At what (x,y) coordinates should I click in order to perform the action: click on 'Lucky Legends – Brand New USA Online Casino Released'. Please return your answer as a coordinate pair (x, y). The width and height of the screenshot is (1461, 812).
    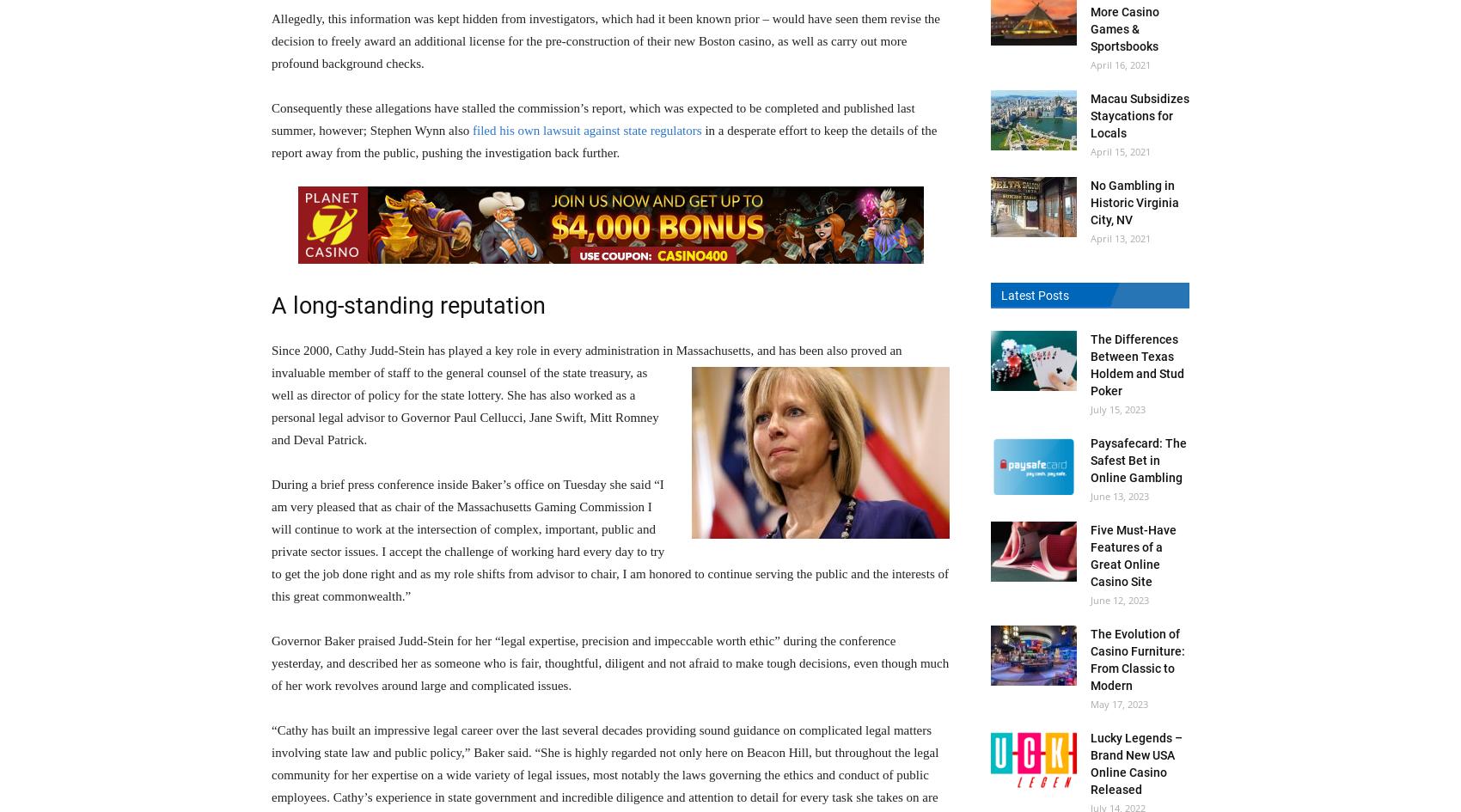
    Looking at the image, I should click on (1090, 762).